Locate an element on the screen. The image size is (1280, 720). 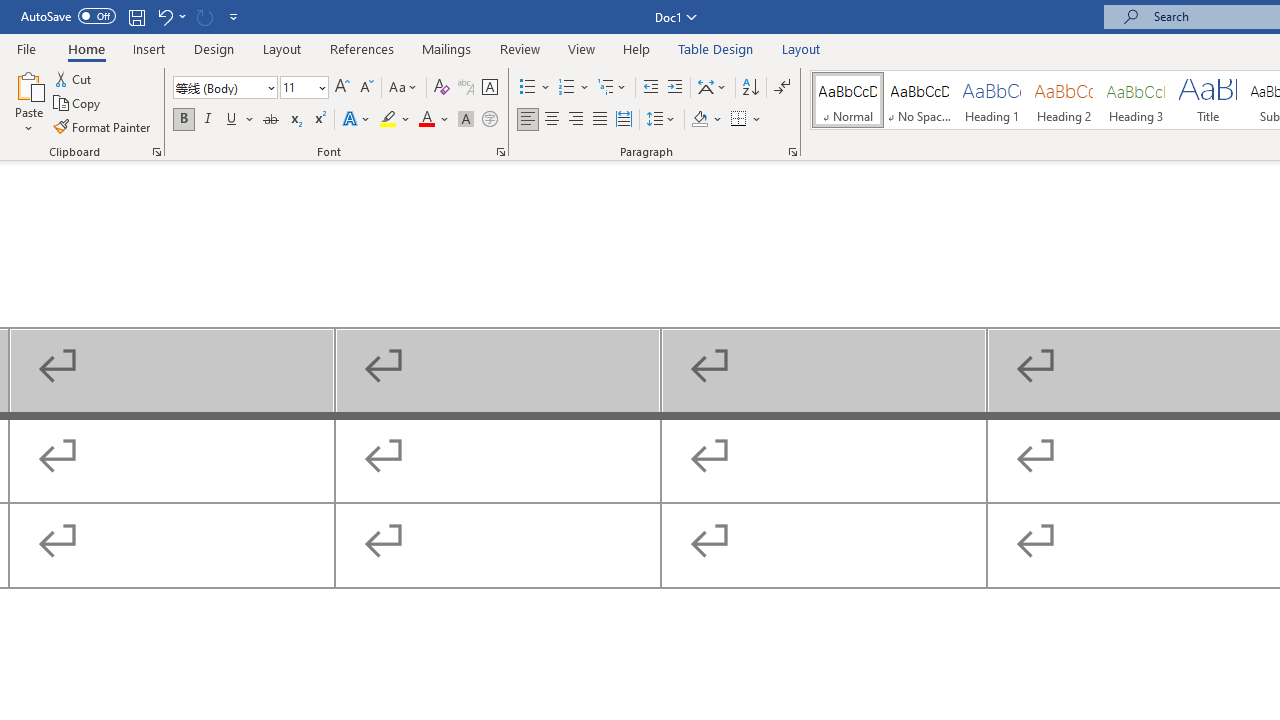
'Text Effects and Typography' is located at coordinates (357, 119).